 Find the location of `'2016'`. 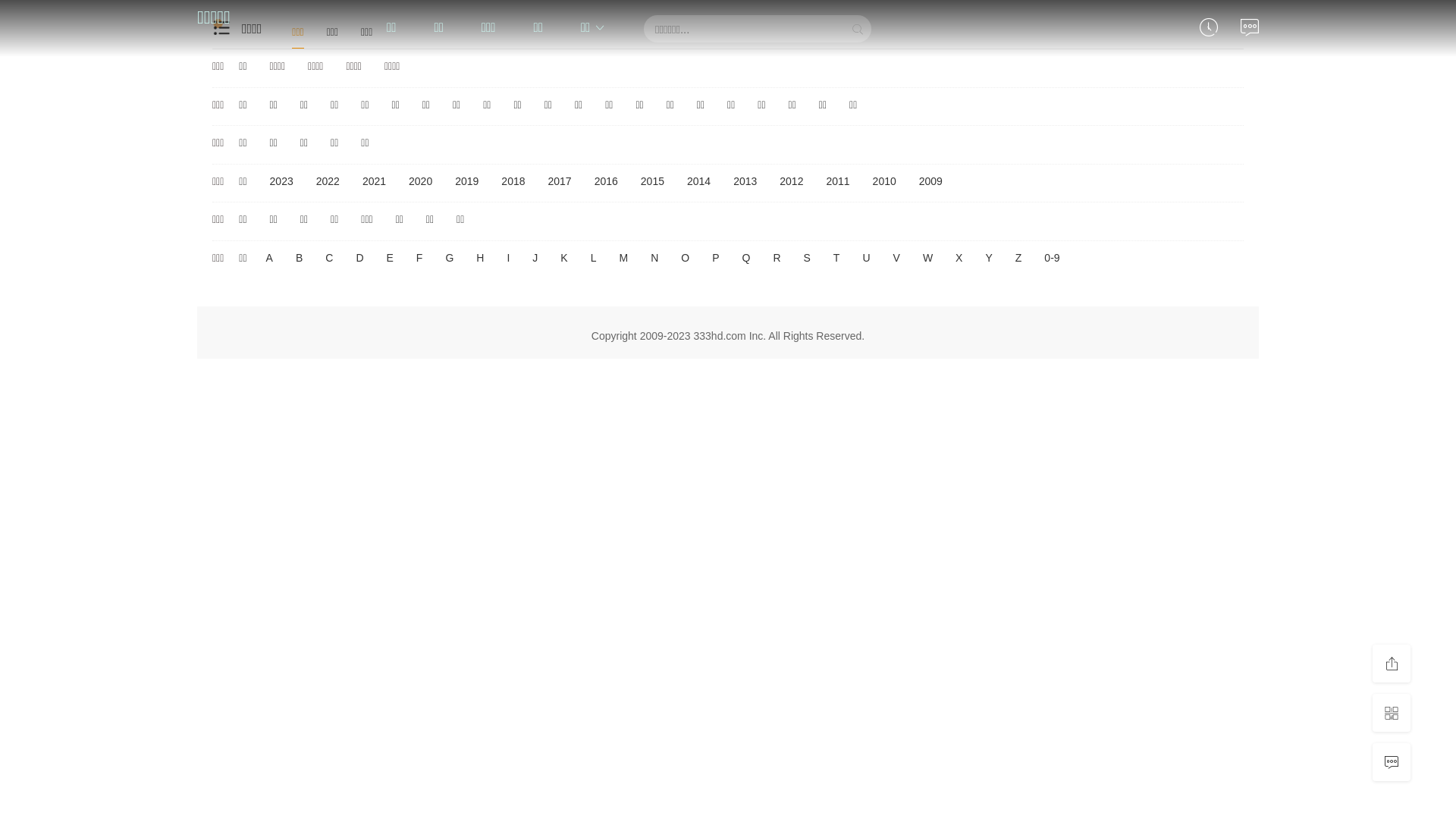

'2016' is located at coordinates (605, 180).